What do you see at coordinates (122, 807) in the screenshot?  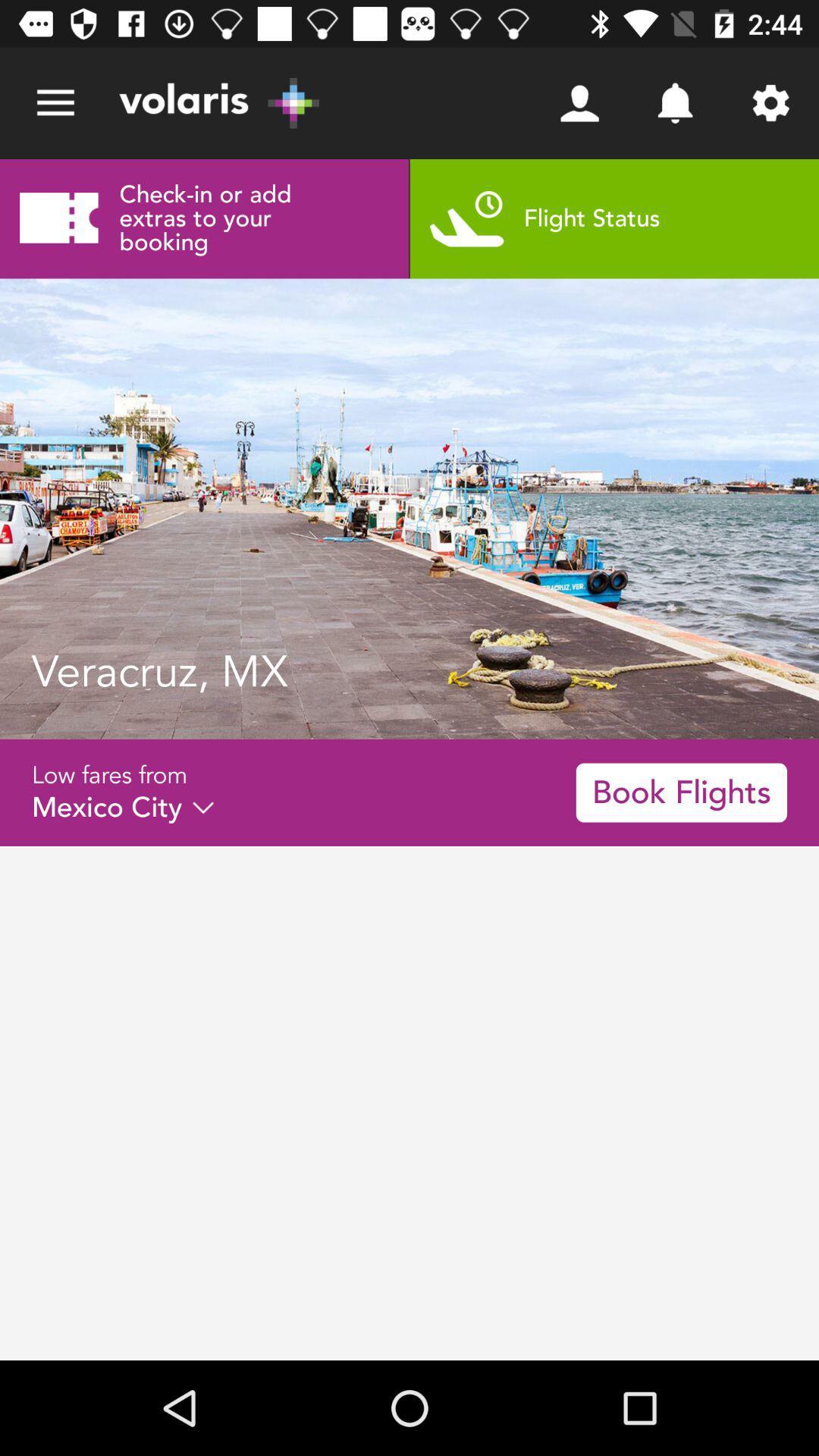 I see `the text  under the low fares from` at bounding box center [122, 807].